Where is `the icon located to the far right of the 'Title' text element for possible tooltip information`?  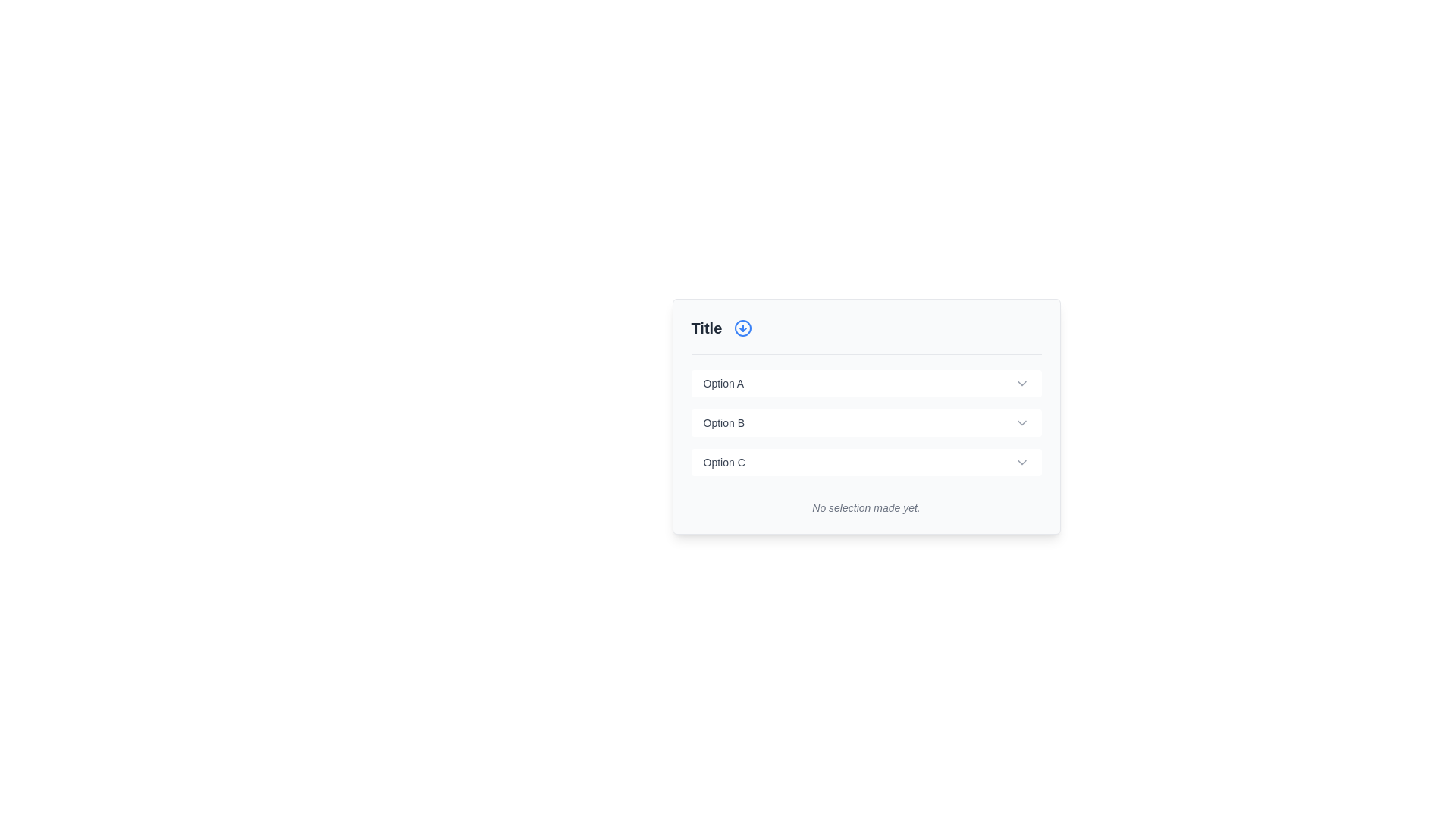 the icon located to the far right of the 'Title' text element for possible tooltip information is located at coordinates (743, 327).